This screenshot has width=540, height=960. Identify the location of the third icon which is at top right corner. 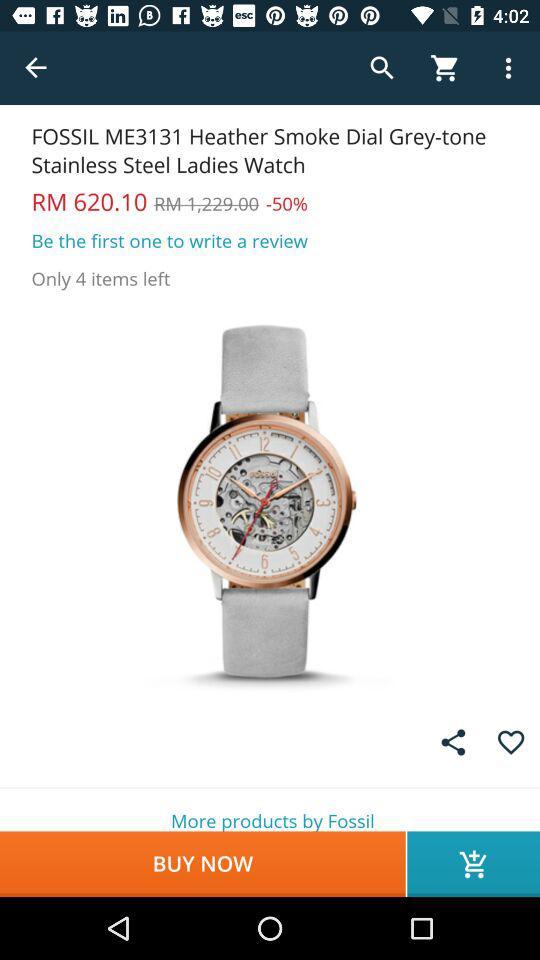
(508, 68).